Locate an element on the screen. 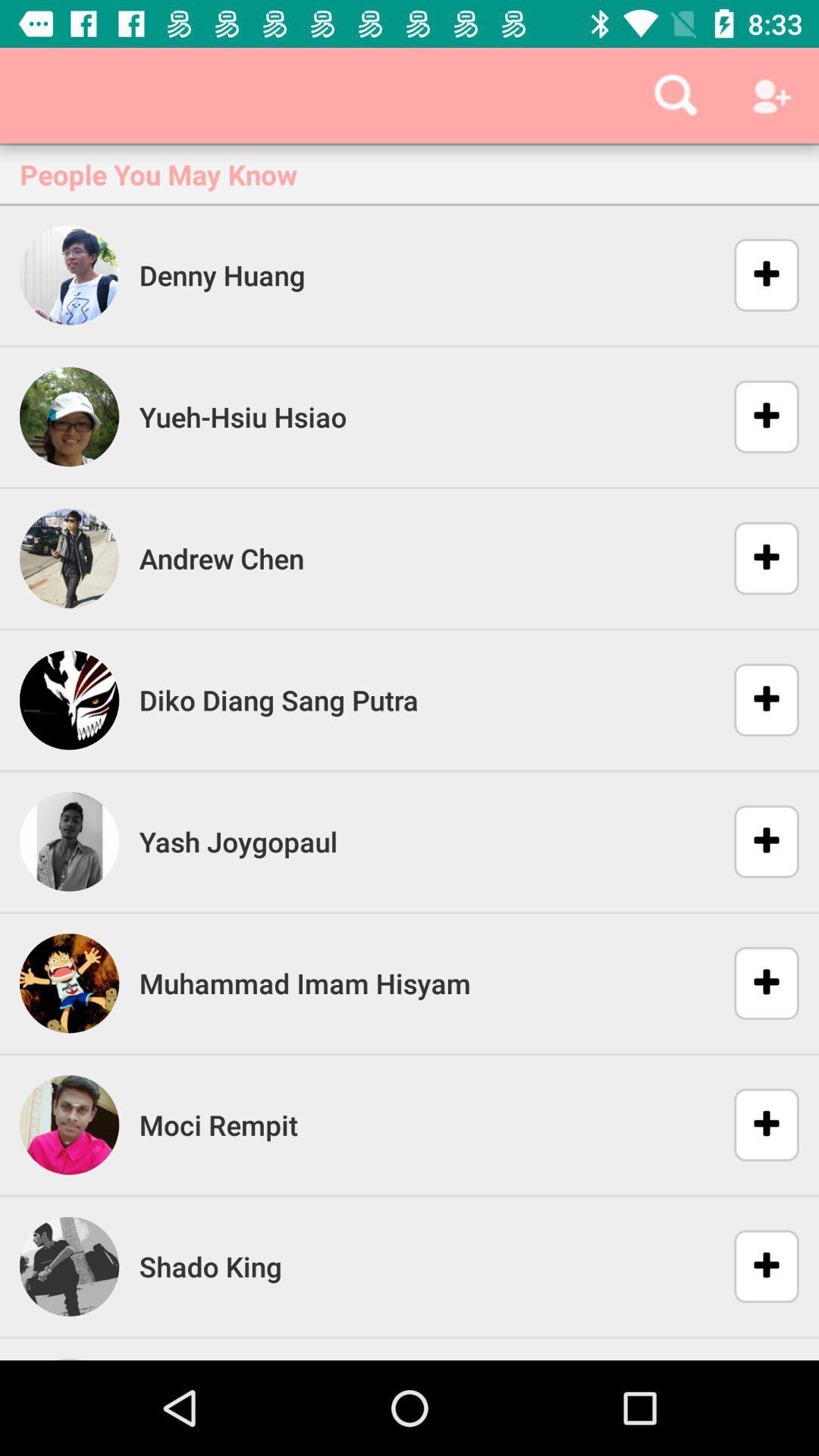  the image left to yash joygopaul is located at coordinates (70, 841).